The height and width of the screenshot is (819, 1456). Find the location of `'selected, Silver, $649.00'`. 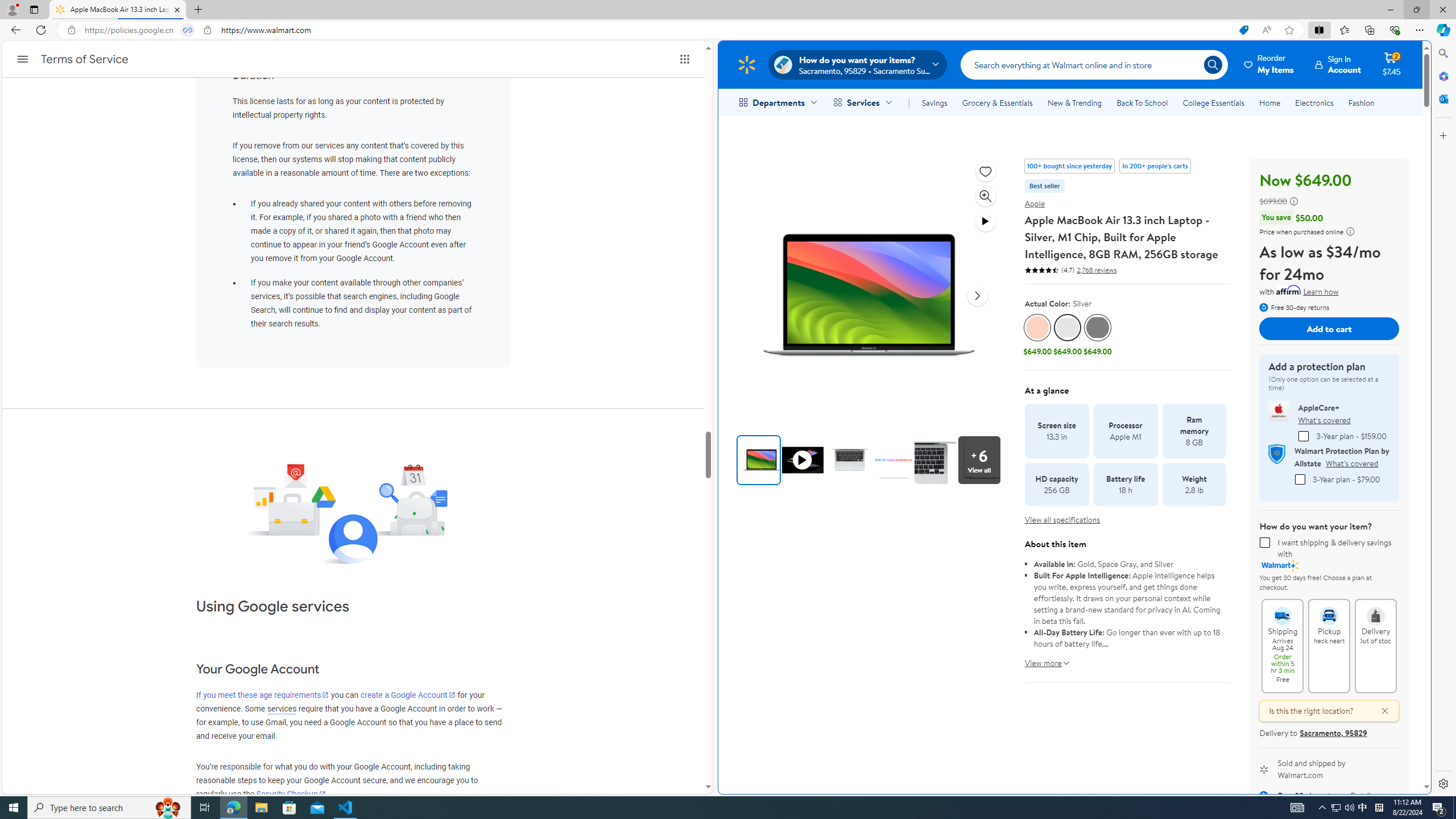

'selected, Silver, $649.00' is located at coordinates (1067, 336).